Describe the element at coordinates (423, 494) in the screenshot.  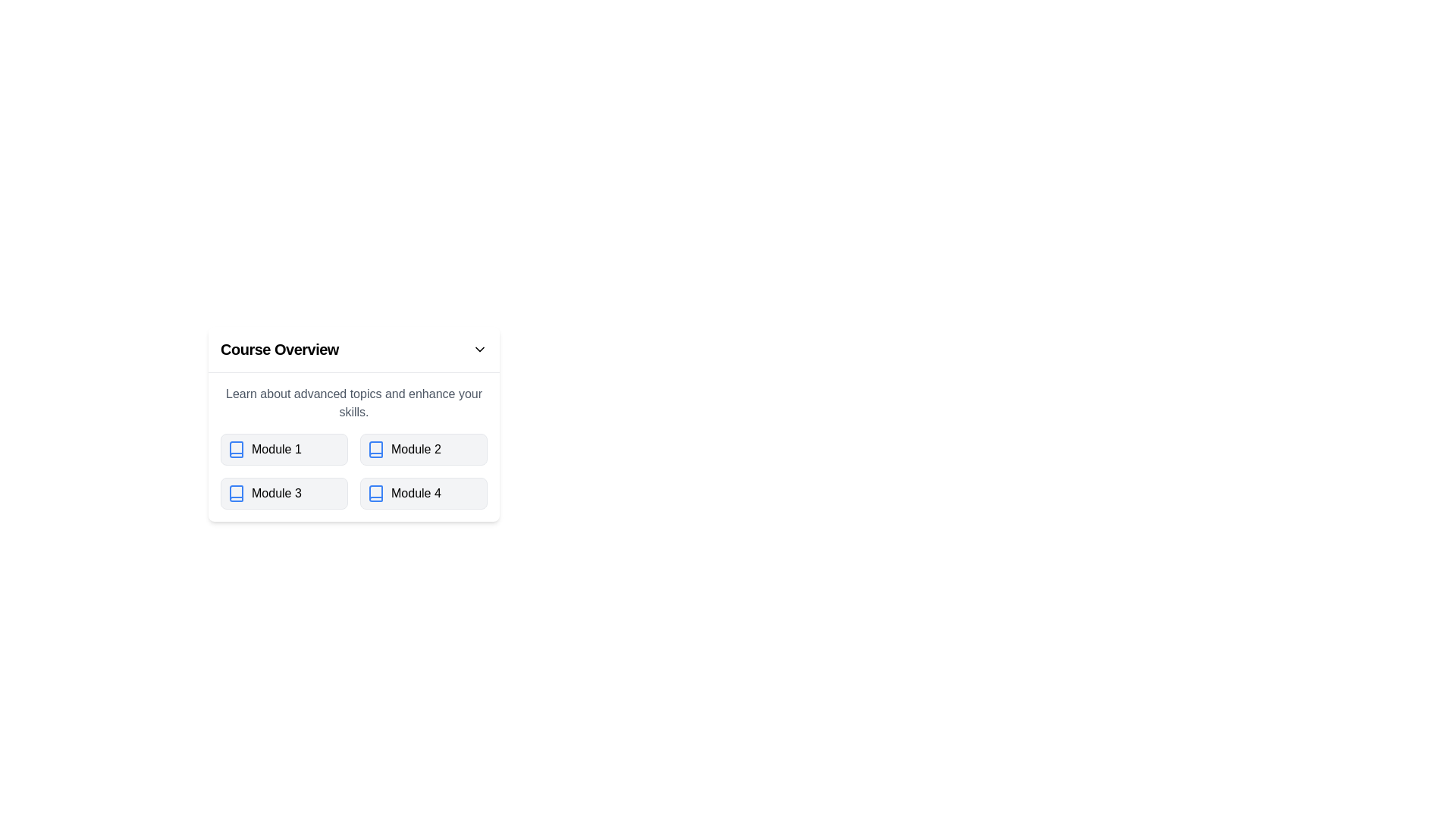
I see `the rectangular button with a light gray background and a blue book icon, labeled 'Module 4', located in the bottom-right corner of the button grid` at that location.